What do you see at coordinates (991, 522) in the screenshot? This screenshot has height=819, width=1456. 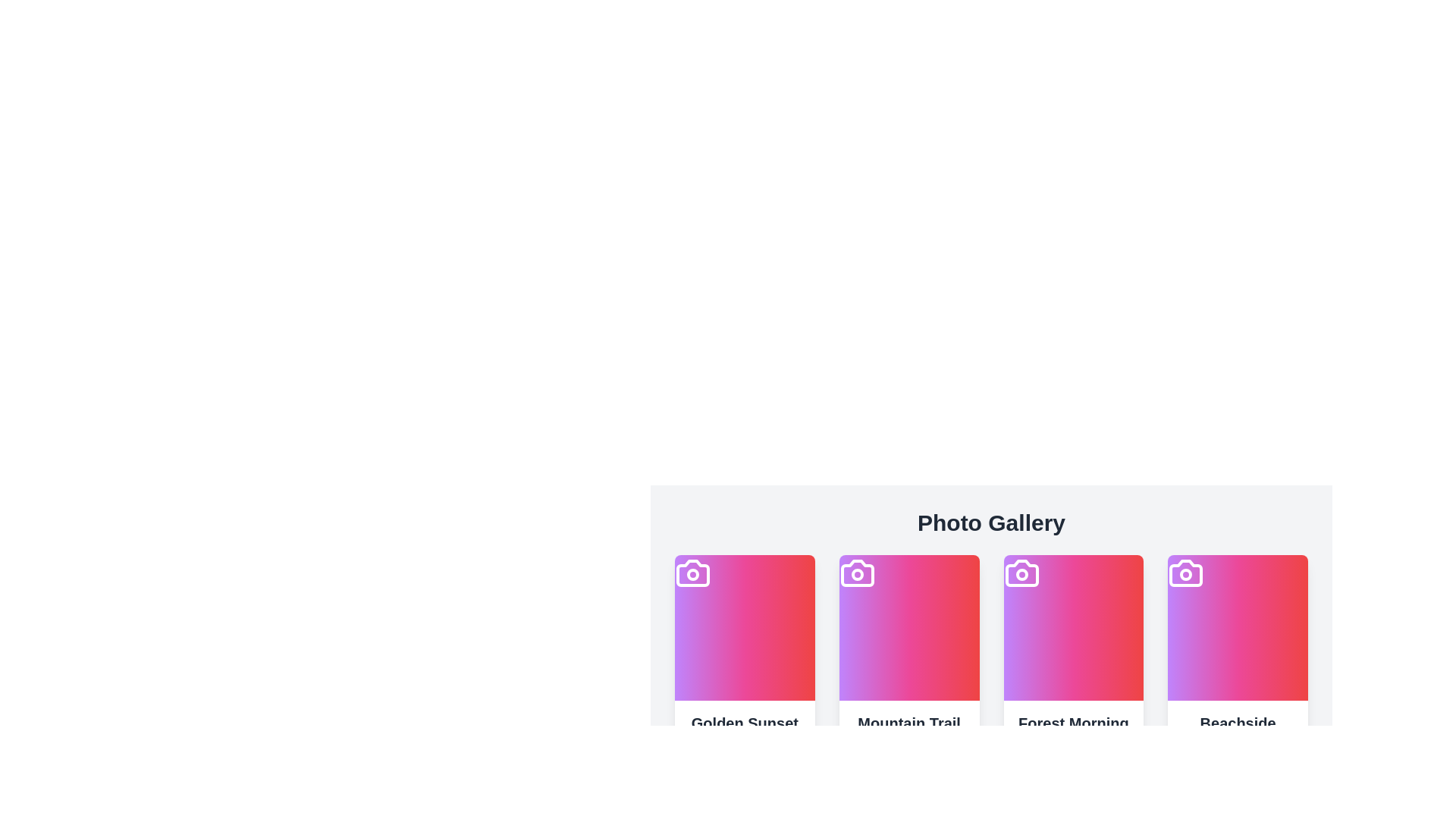 I see `text content of the heading that indicates the purpose of the photo gallery section located at the top of the grid of thumbnails` at bounding box center [991, 522].